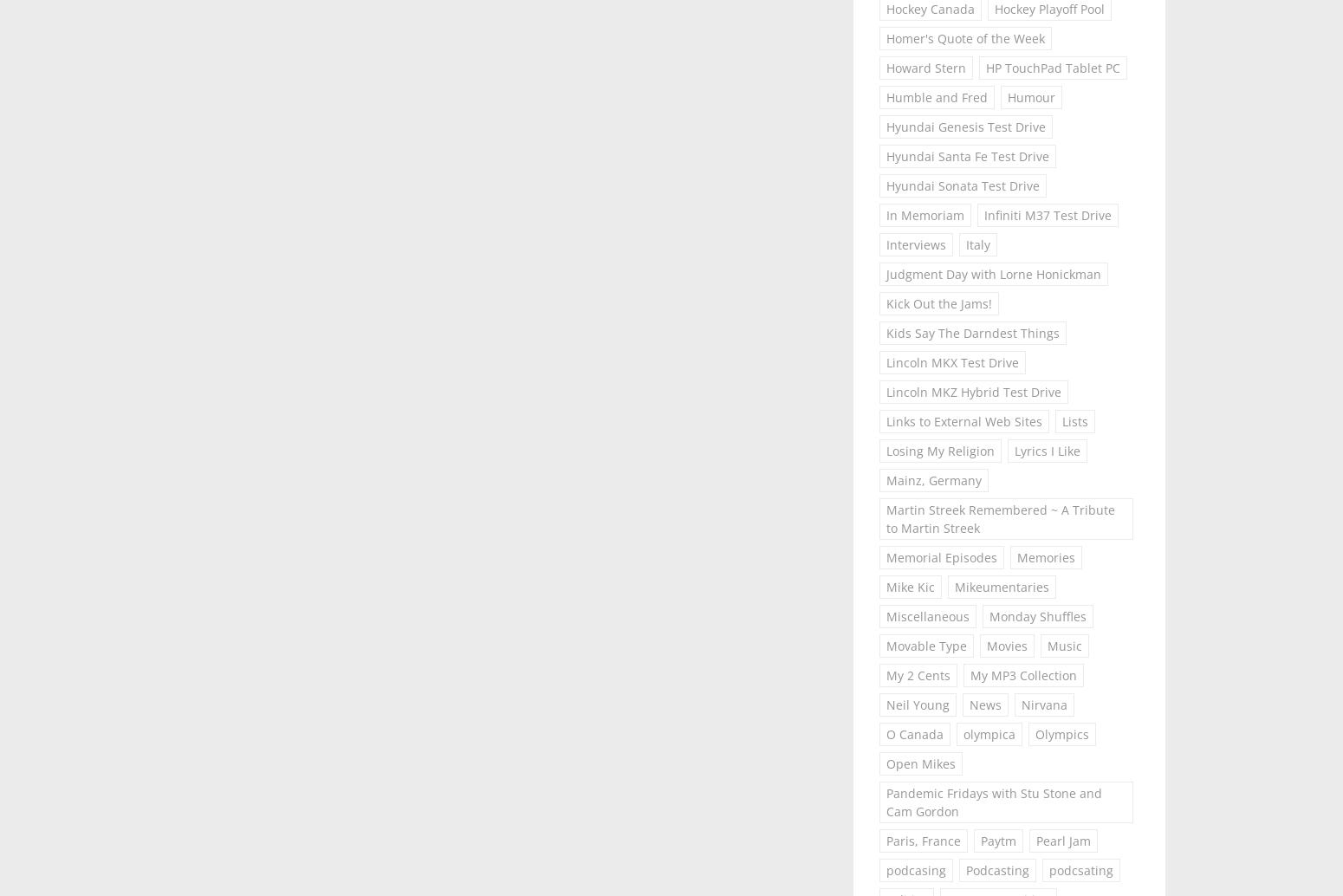 The height and width of the screenshot is (896, 1343). Describe the element at coordinates (926, 68) in the screenshot. I see `'Howard Stern'` at that location.